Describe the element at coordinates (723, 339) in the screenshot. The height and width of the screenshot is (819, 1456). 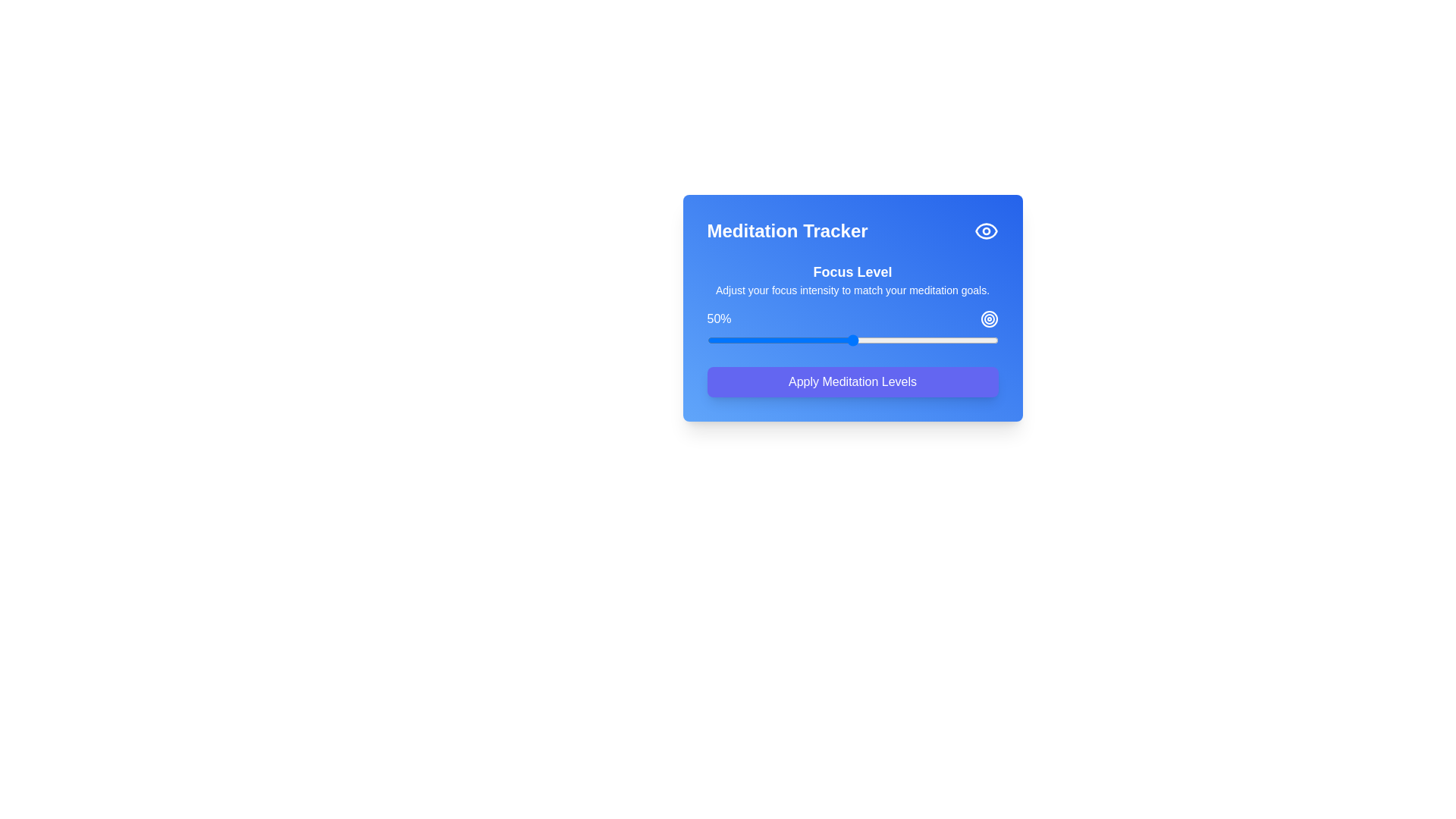
I see `the focus level` at that location.